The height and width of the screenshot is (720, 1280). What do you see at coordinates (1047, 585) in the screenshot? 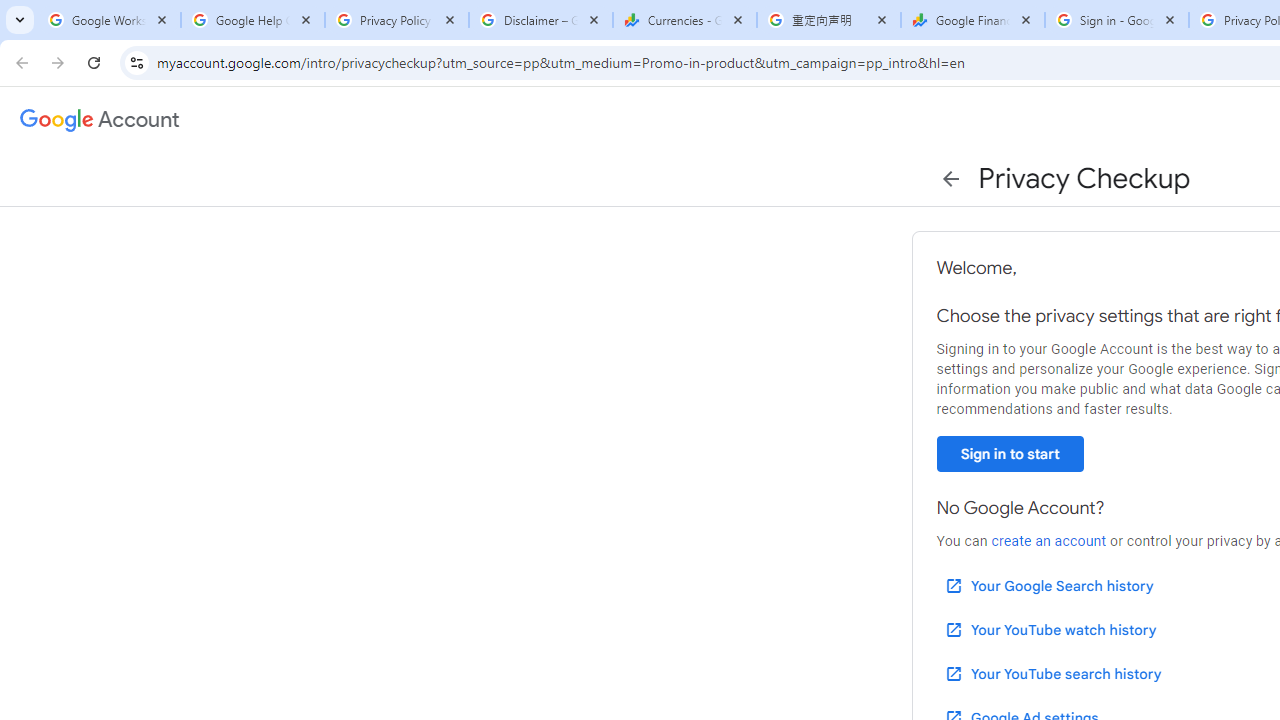
I see `'Your Google Search history'` at bounding box center [1047, 585].